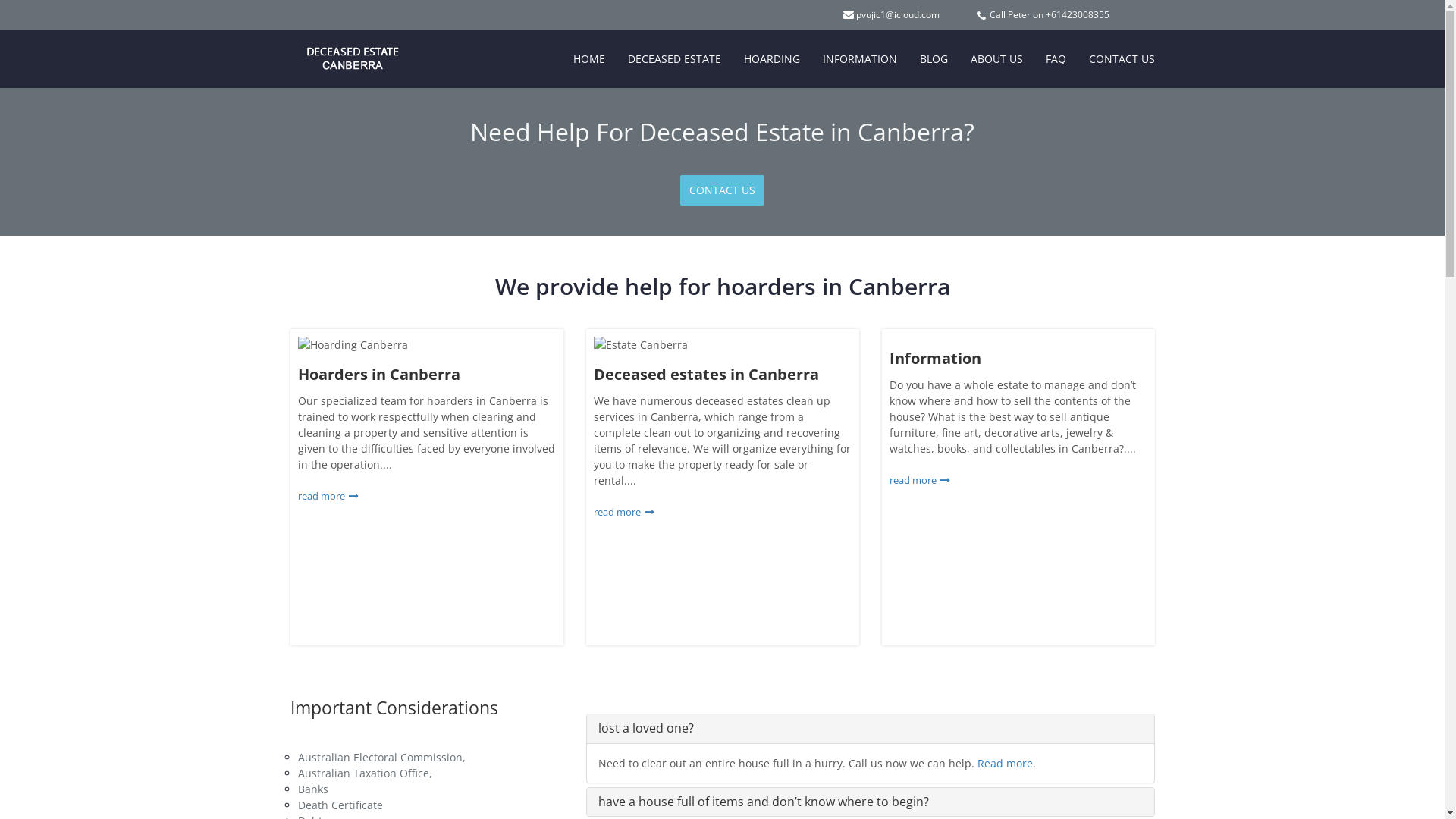 Image resolution: width=1456 pixels, height=819 pixels. What do you see at coordinates (381, 757) in the screenshot?
I see `'Australian Electoral Commission,'` at bounding box center [381, 757].